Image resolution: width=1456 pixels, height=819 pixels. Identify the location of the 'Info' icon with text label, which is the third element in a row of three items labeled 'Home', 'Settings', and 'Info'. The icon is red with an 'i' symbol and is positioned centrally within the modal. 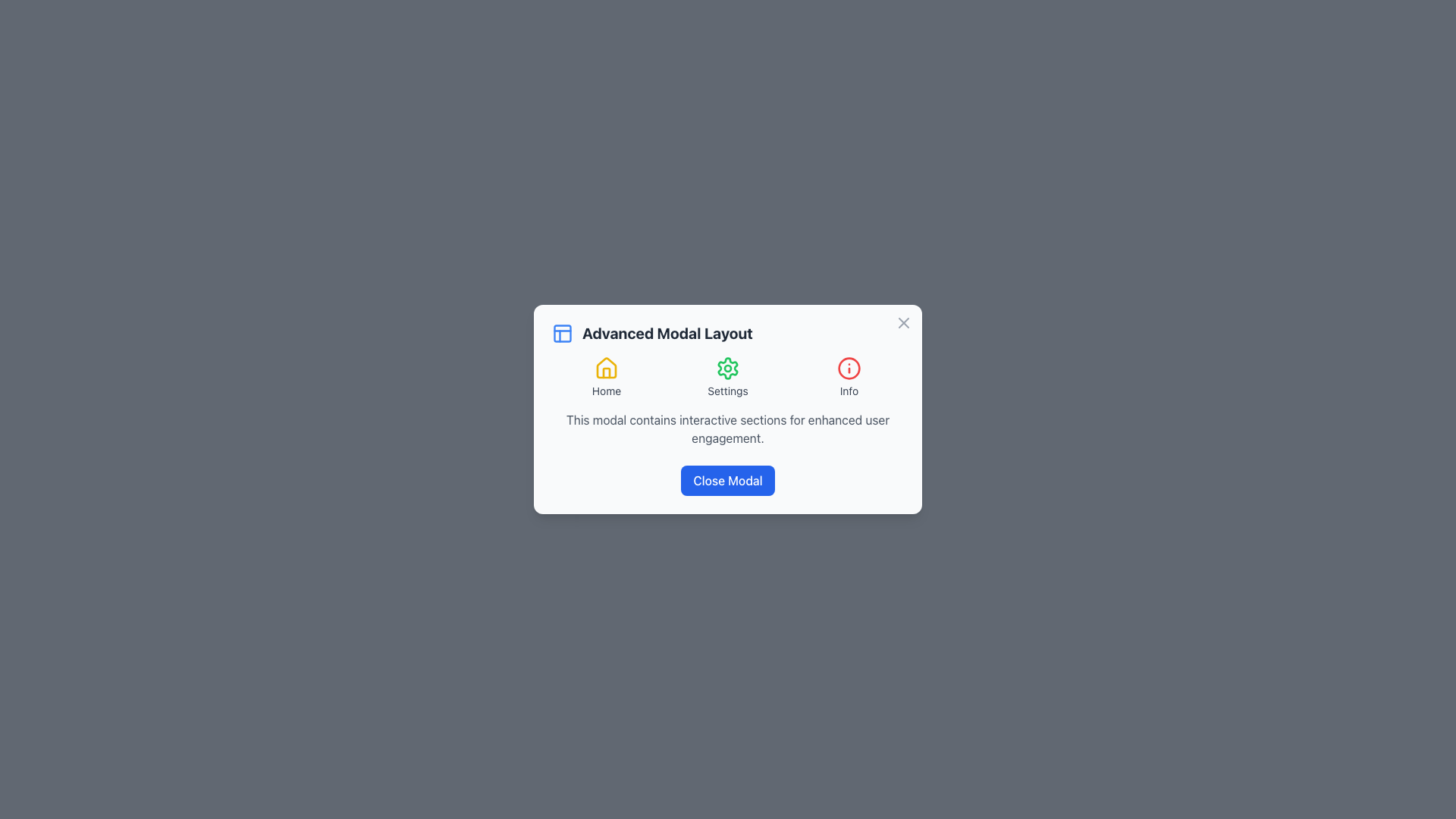
(848, 376).